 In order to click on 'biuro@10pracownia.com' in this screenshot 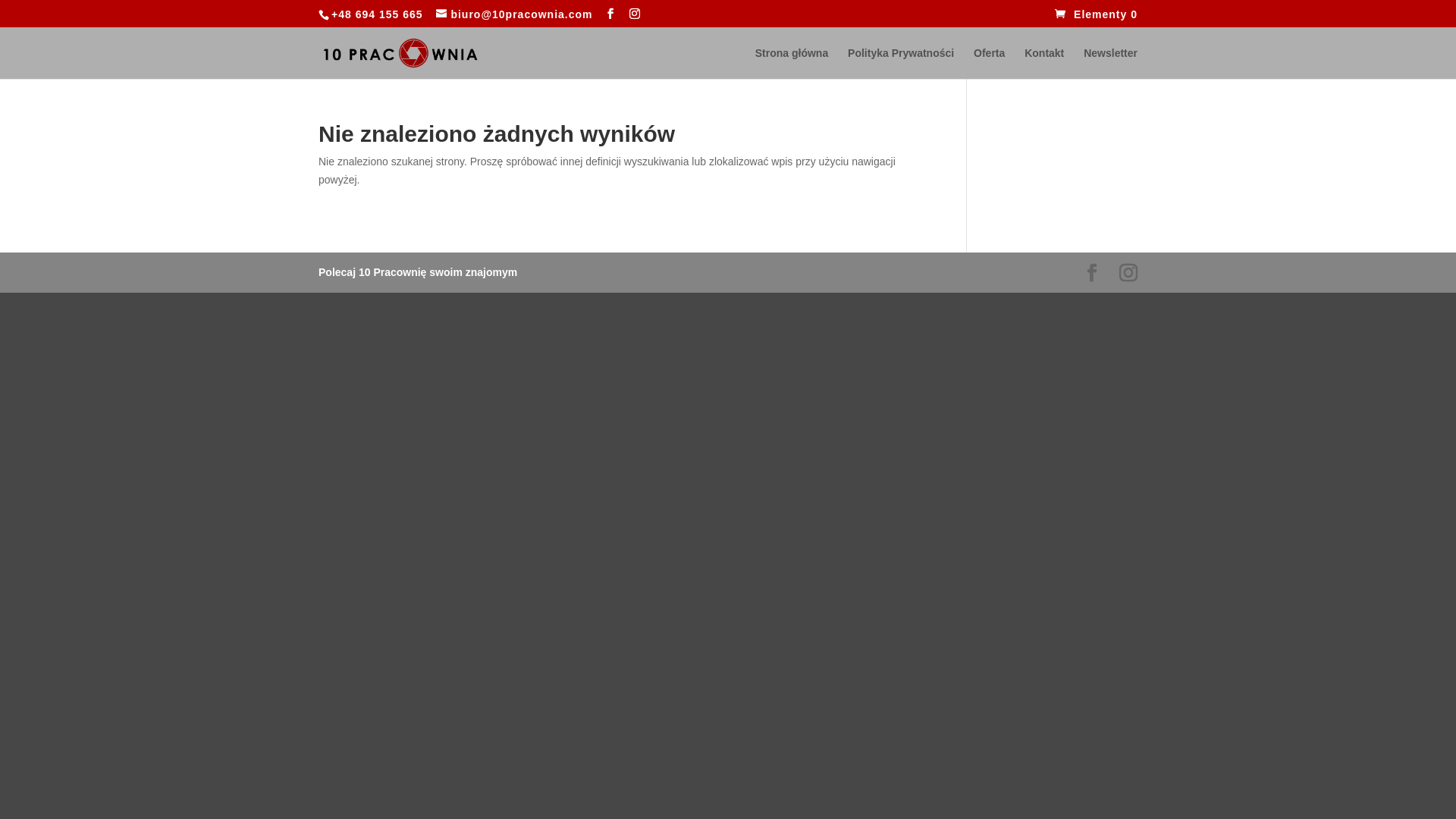, I will do `click(513, 14)`.